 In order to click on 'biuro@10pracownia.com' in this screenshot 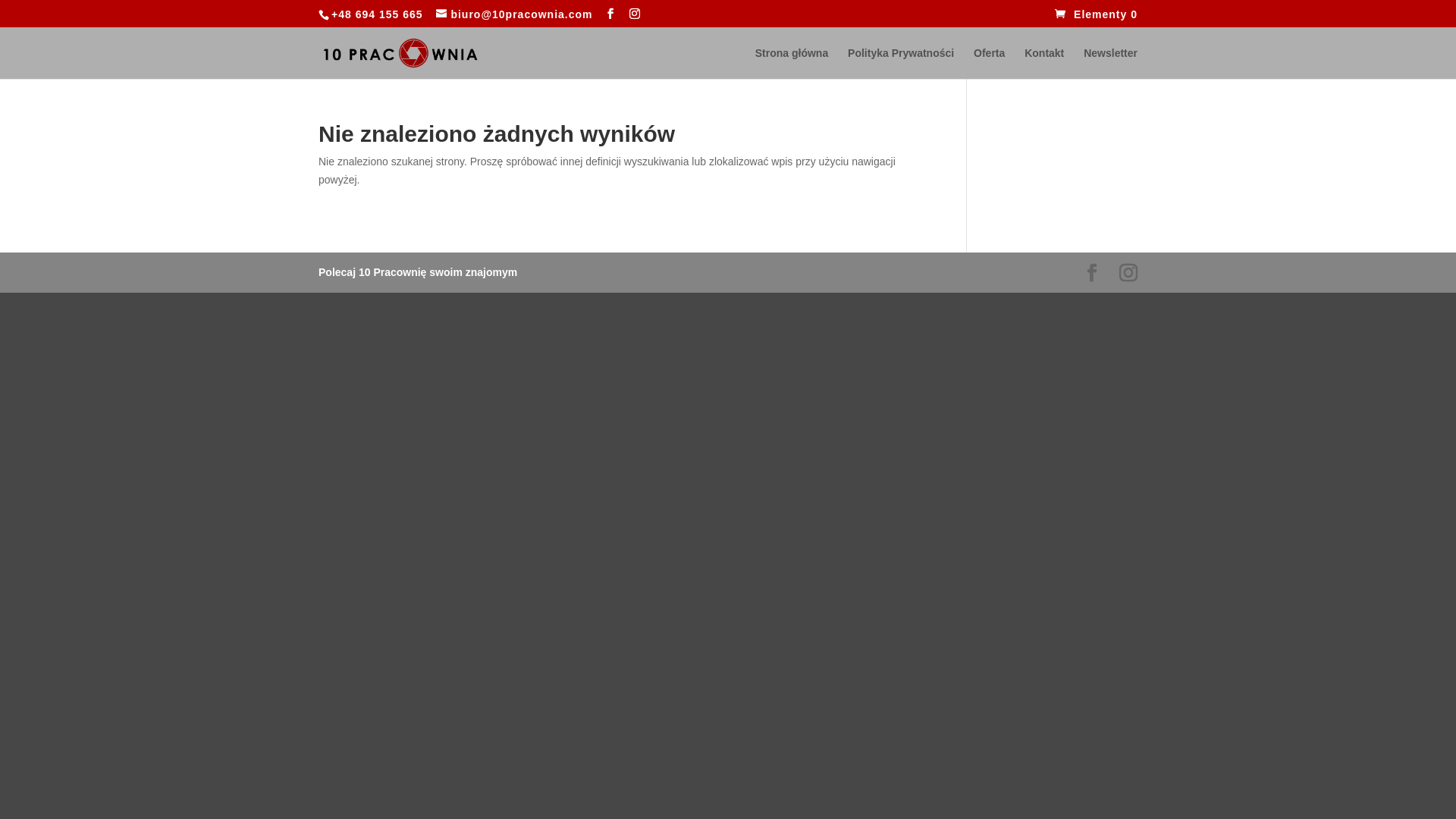, I will do `click(513, 14)`.